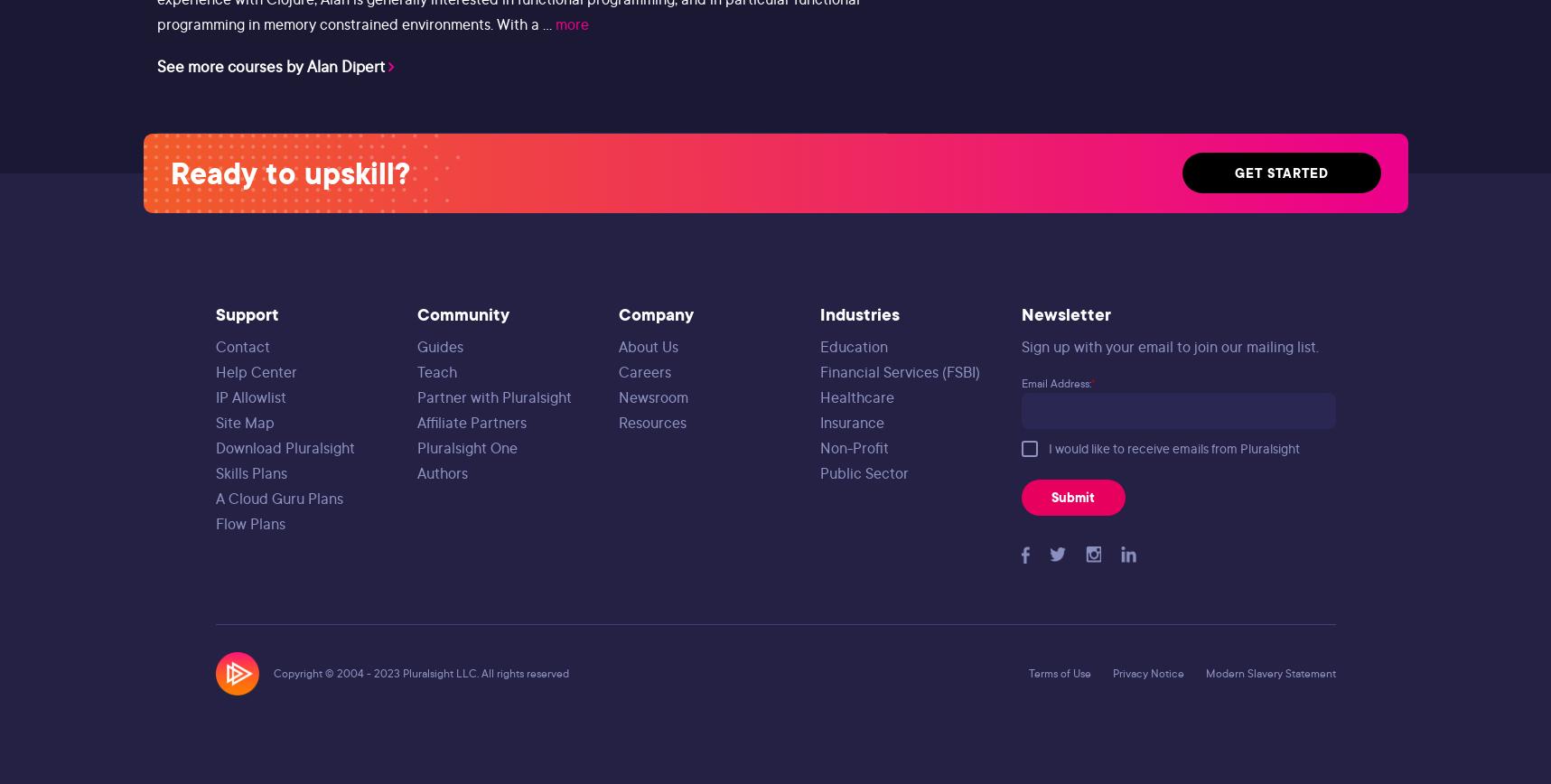 This screenshot has width=1551, height=784. I want to click on 'more', so click(570, 23).